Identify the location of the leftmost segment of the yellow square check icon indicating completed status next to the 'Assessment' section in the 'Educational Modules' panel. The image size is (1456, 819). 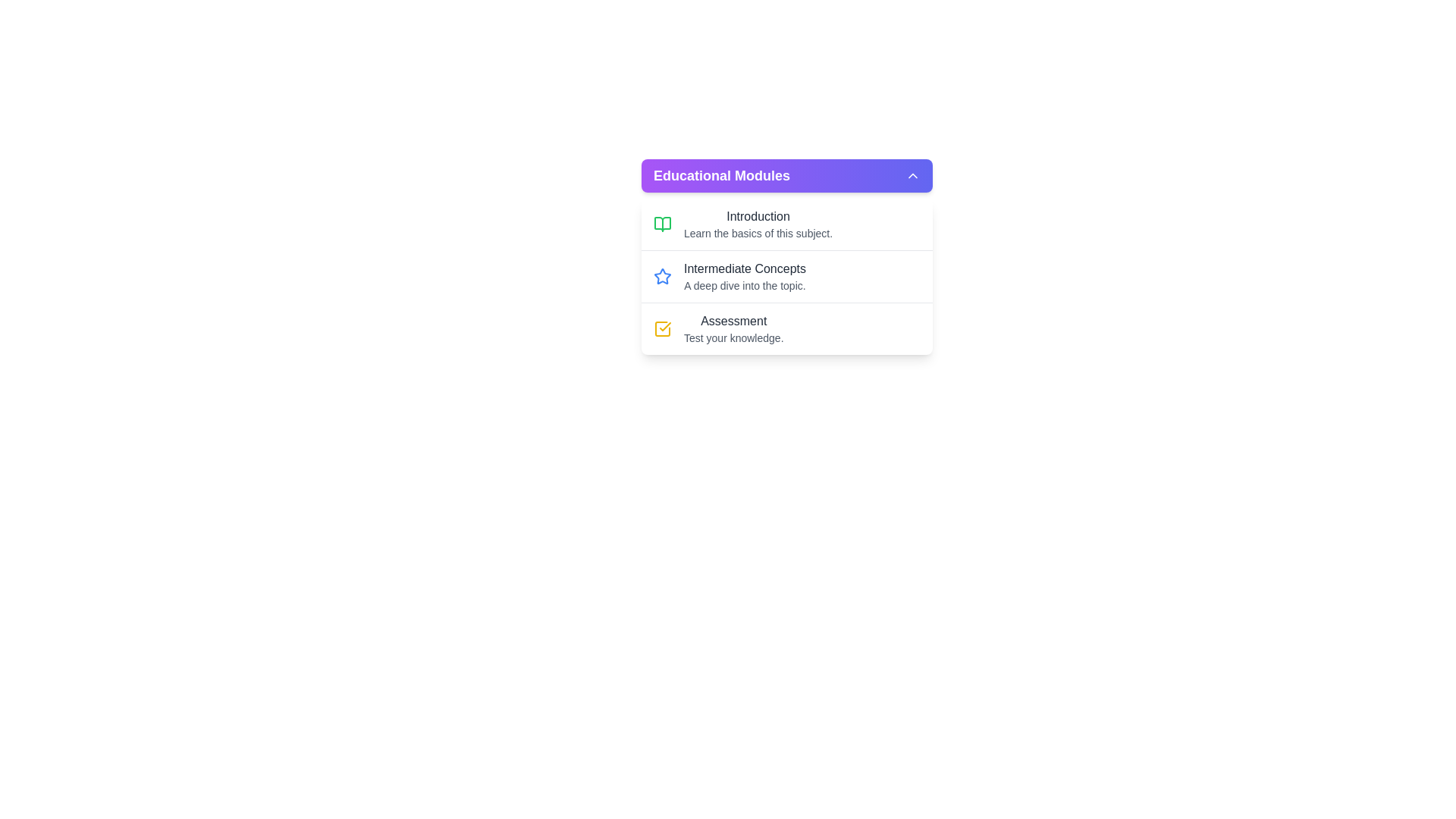
(662, 328).